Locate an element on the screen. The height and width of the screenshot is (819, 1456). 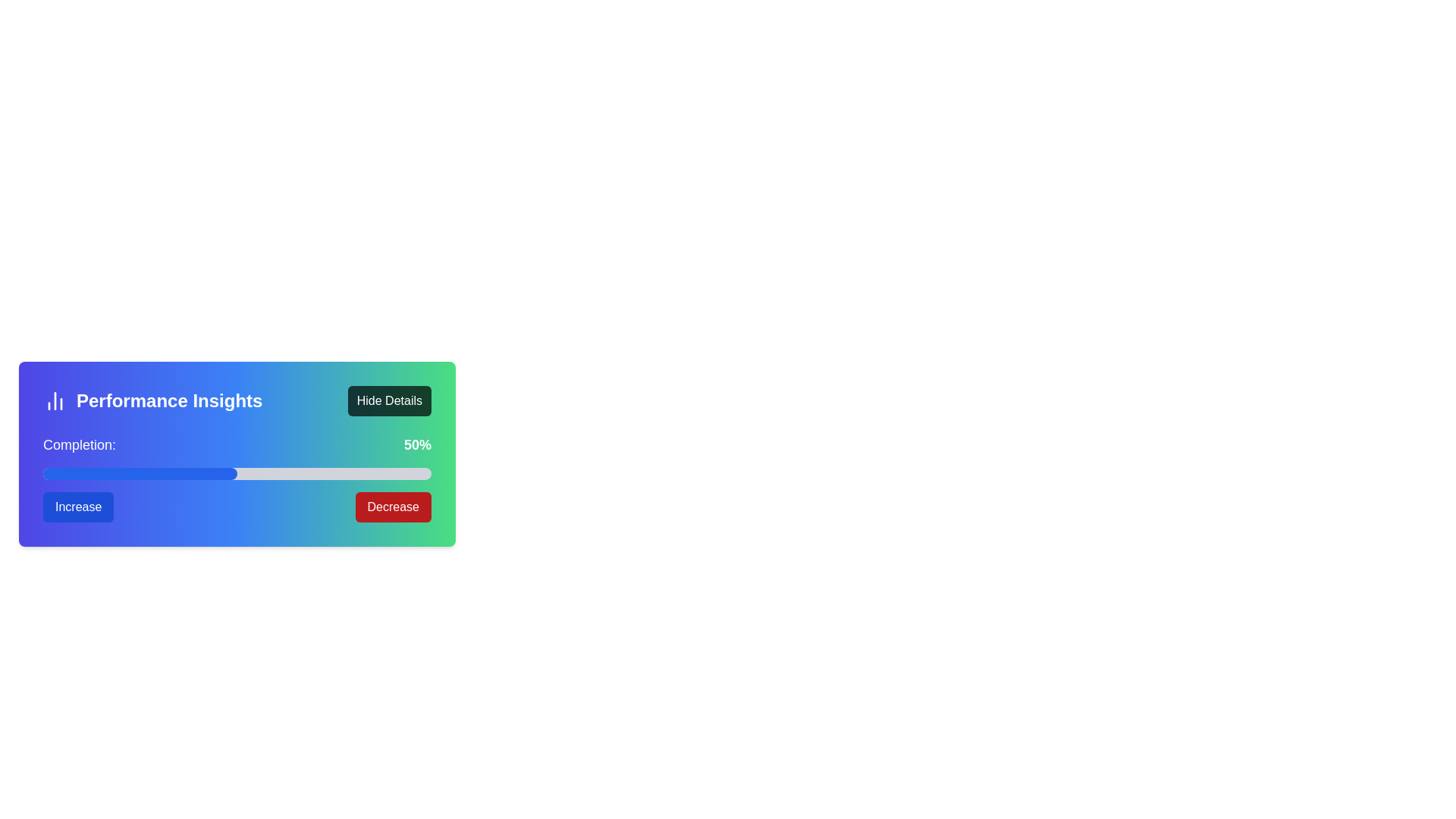
text of the header titled 'Performance Insights' located in the top-left section of the card is located at coordinates (152, 400).